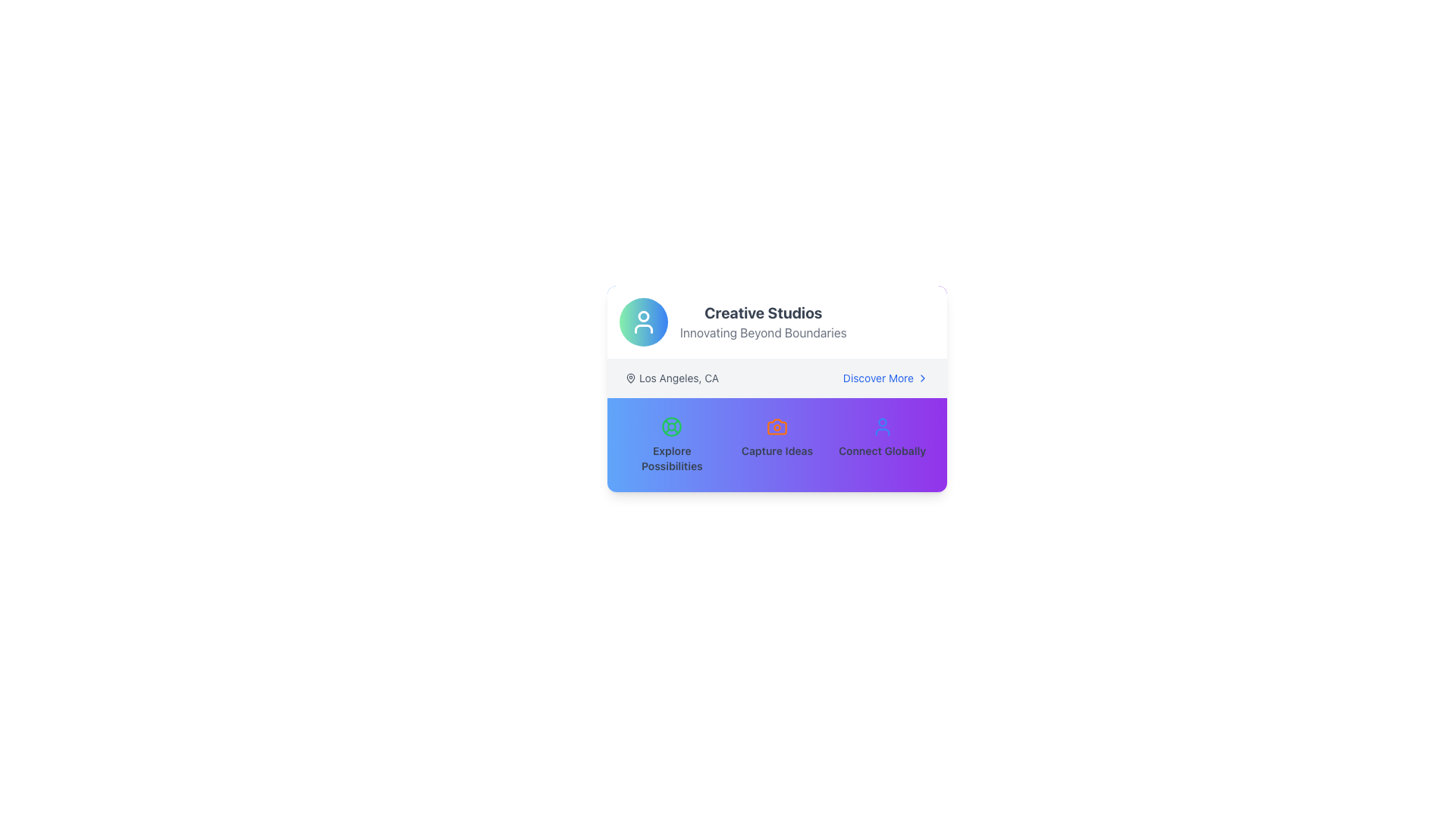  I want to click on the green life buoy icon labeled 'Explore Possibilities', which is the first of three options in a row, positioned on the far left, so click(671, 444).